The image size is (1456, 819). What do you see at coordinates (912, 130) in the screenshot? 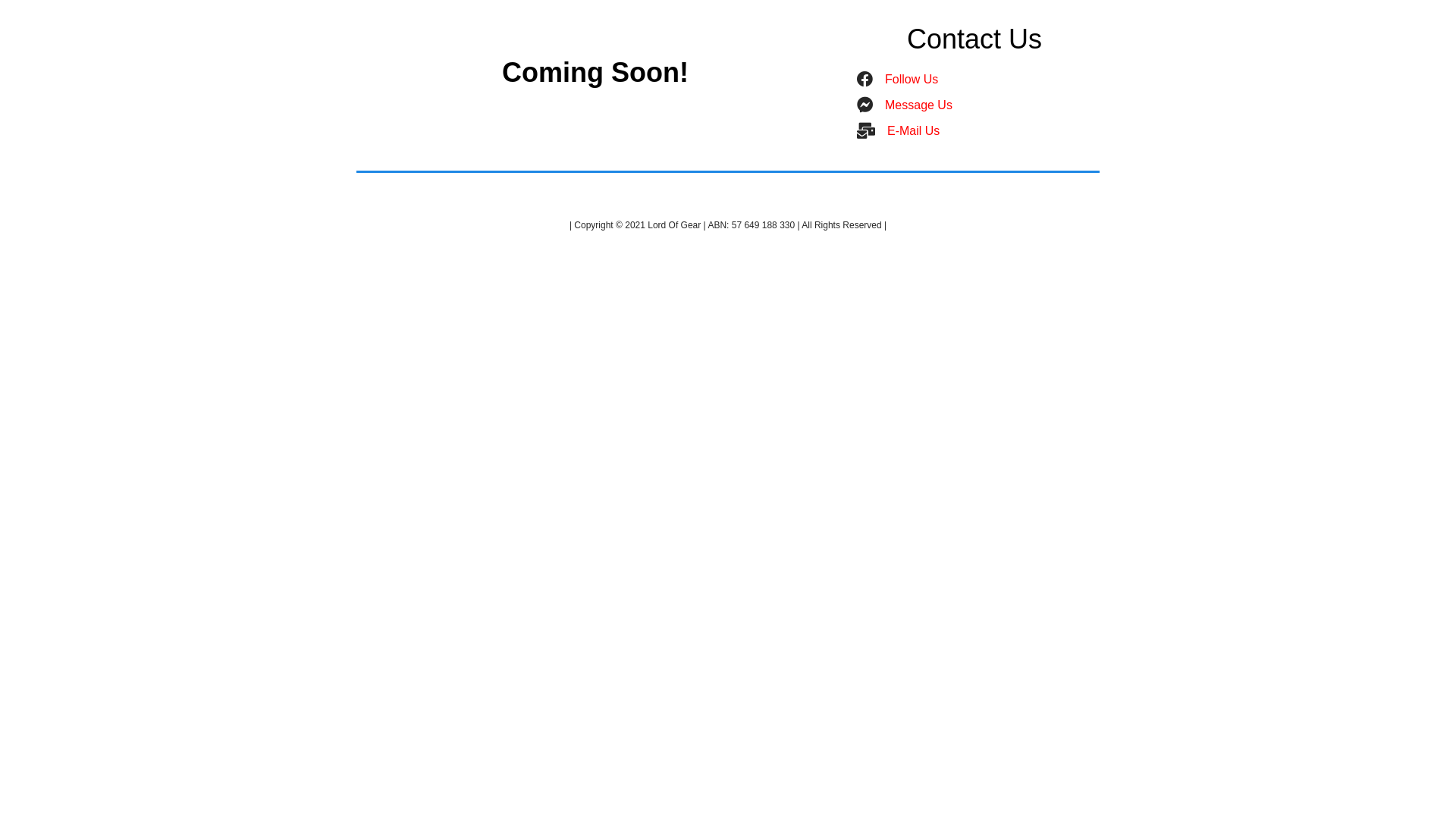
I see `'E-Mail Us'` at bounding box center [912, 130].